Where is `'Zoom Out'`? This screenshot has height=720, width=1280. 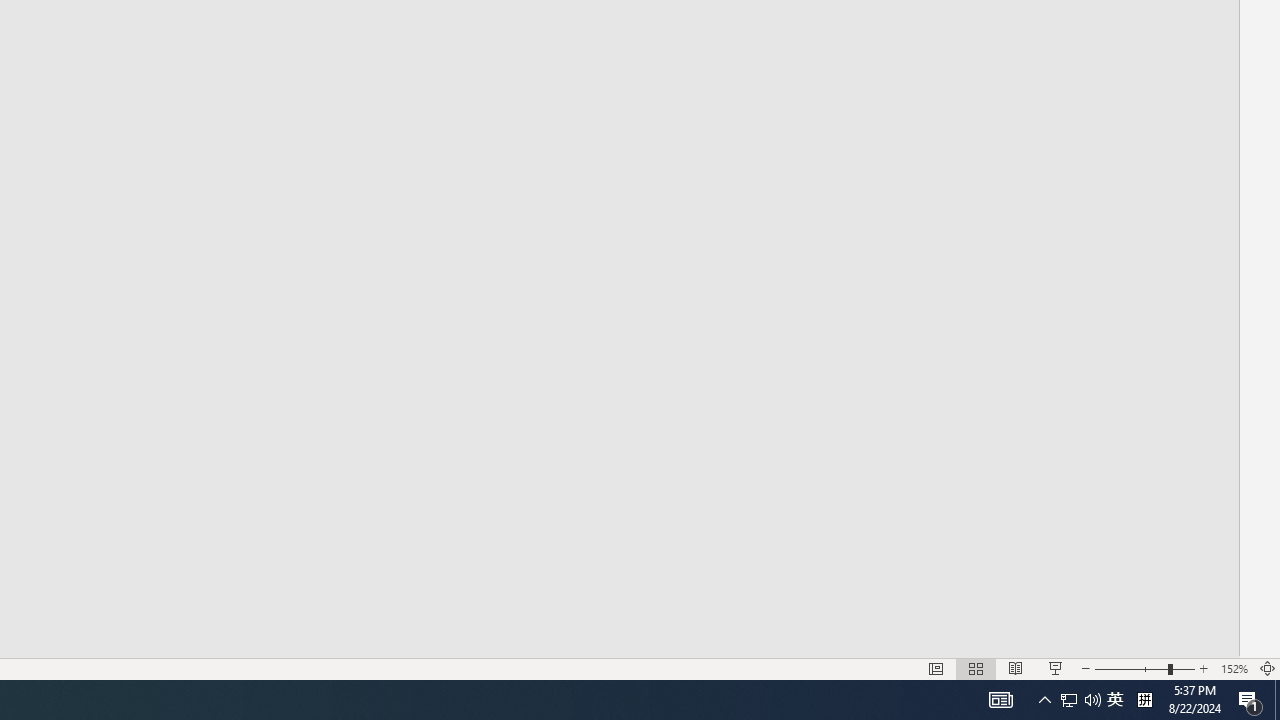 'Zoom Out' is located at coordinates (1130, 669).